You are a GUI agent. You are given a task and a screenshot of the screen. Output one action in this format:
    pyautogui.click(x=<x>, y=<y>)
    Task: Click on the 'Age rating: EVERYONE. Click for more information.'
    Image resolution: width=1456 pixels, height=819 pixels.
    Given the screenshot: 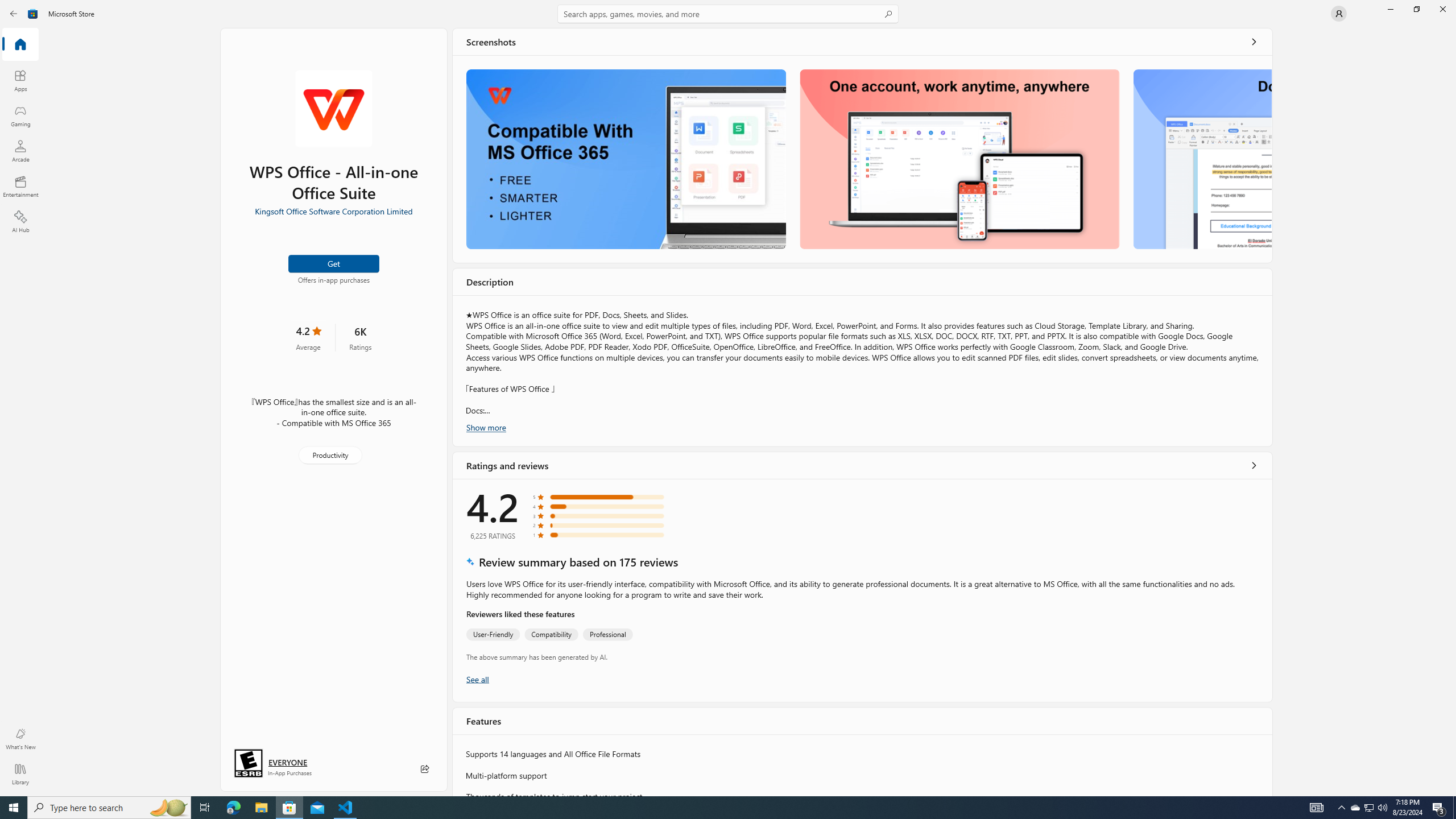 What is the action you would take?
    pyautogui.click(x=287, y=762)
    